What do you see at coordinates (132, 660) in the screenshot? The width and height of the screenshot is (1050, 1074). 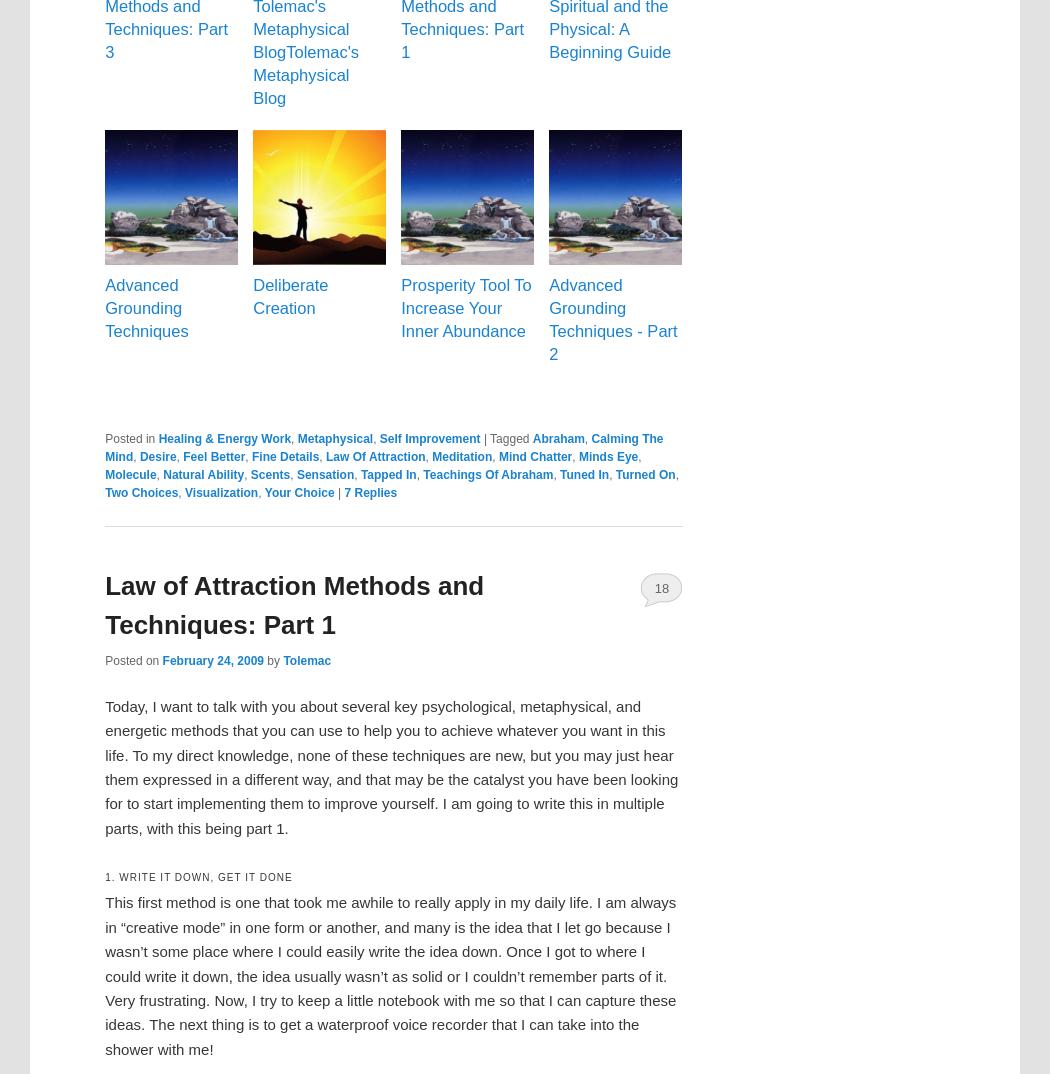 I see `'Posted on'` at bounding box center [132, 660].